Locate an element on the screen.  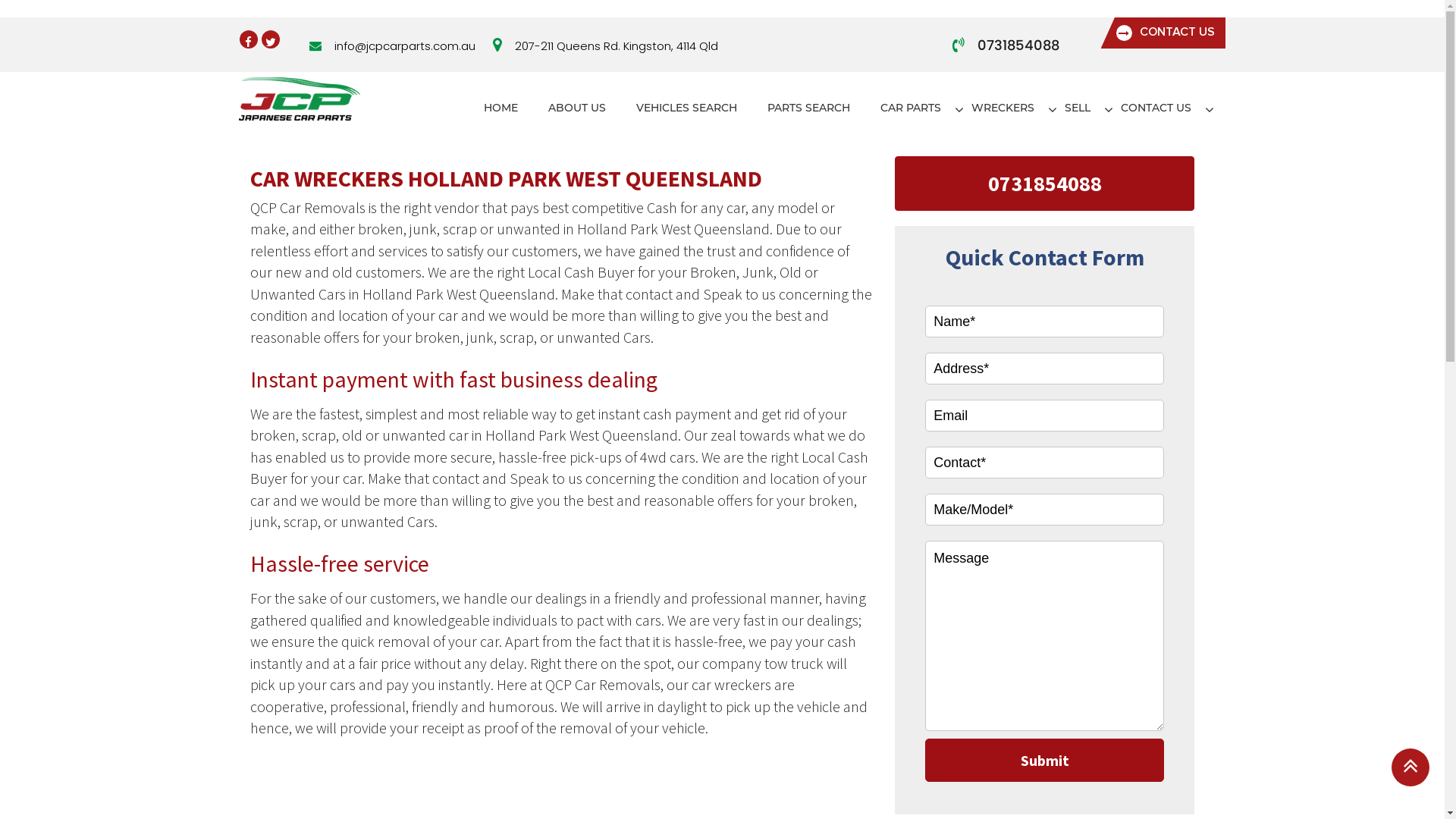
'PARTS SEARCH' is located at coordinates (758, 107).